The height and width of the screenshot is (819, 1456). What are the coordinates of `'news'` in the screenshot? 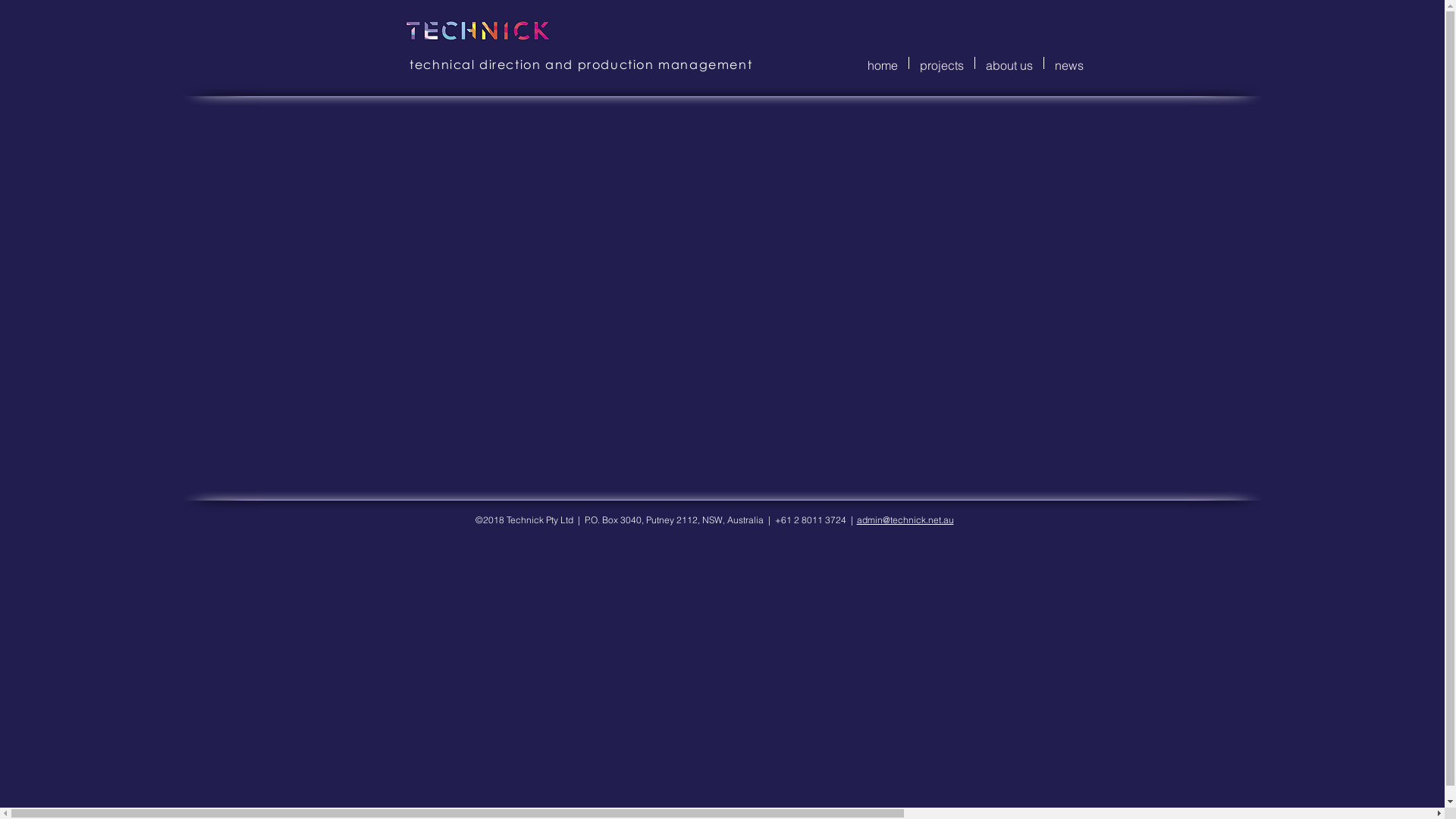 It's located at (1068, 62).